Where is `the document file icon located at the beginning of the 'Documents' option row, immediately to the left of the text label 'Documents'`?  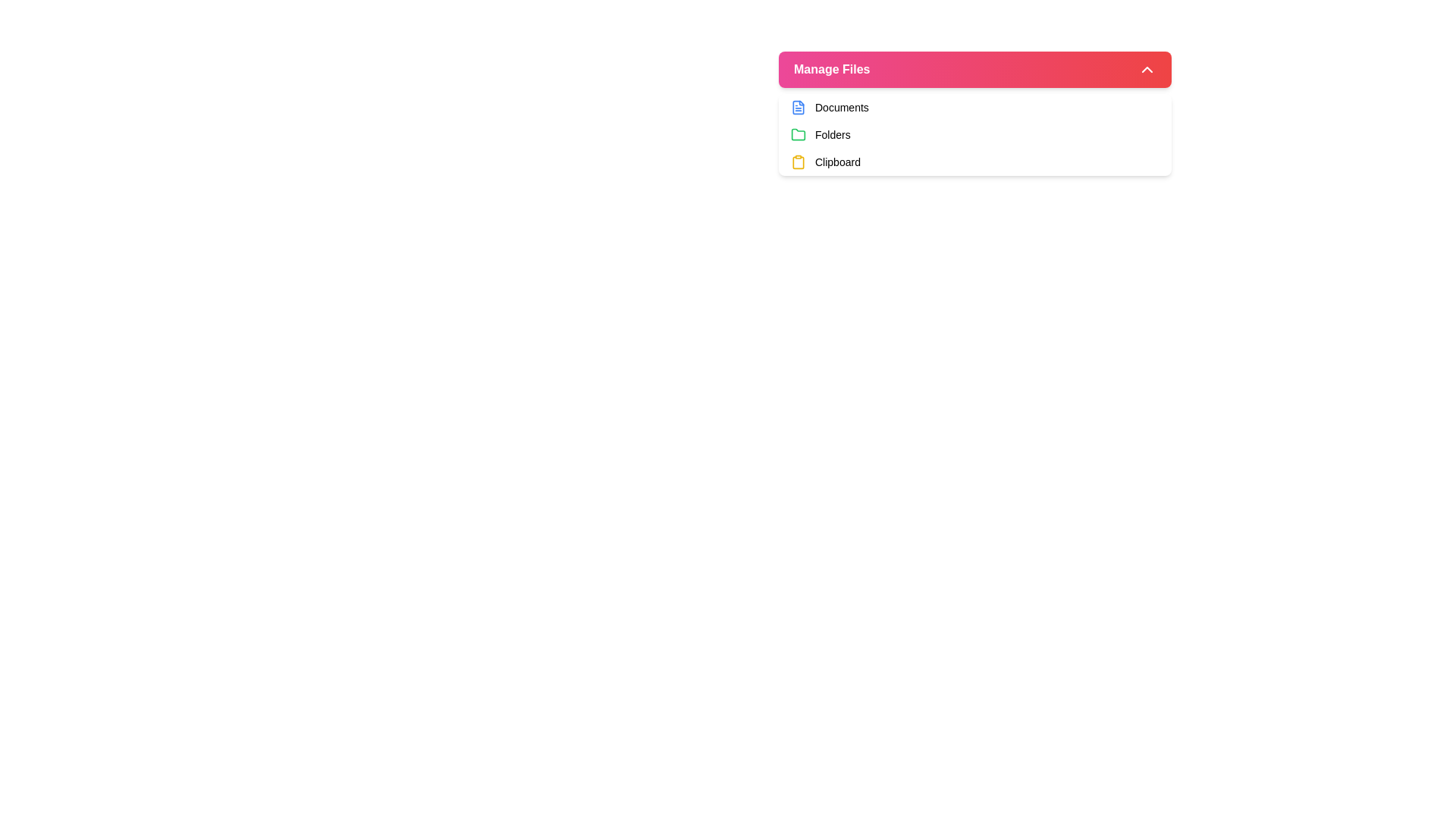
the document file icon located at the beginning of the 'Documents' option row, immediately to the left of the text label 'Documents' is located at coordinates (797, 107).